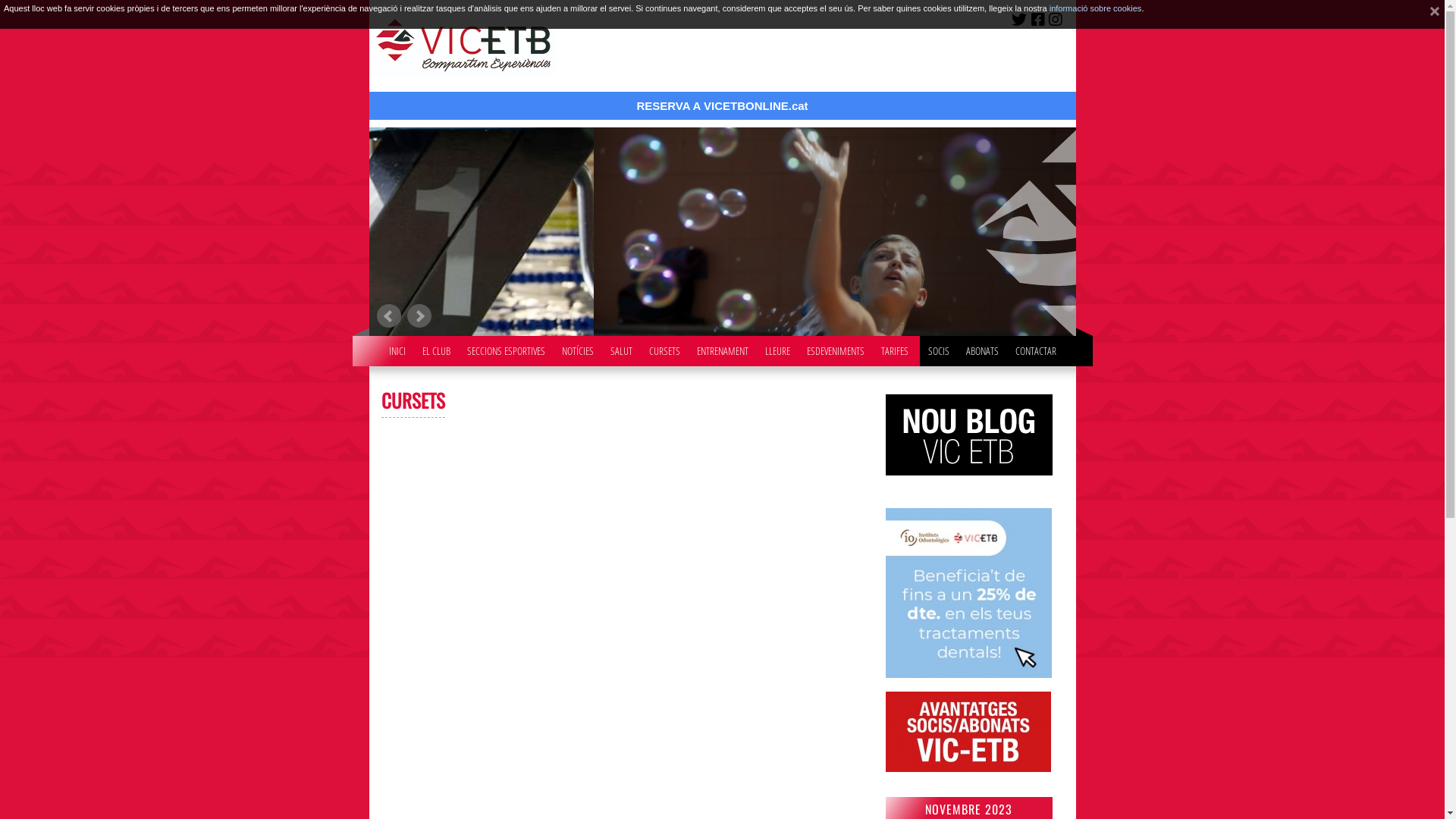  I want to click on 'tancar missatge', so click(1427, 14).